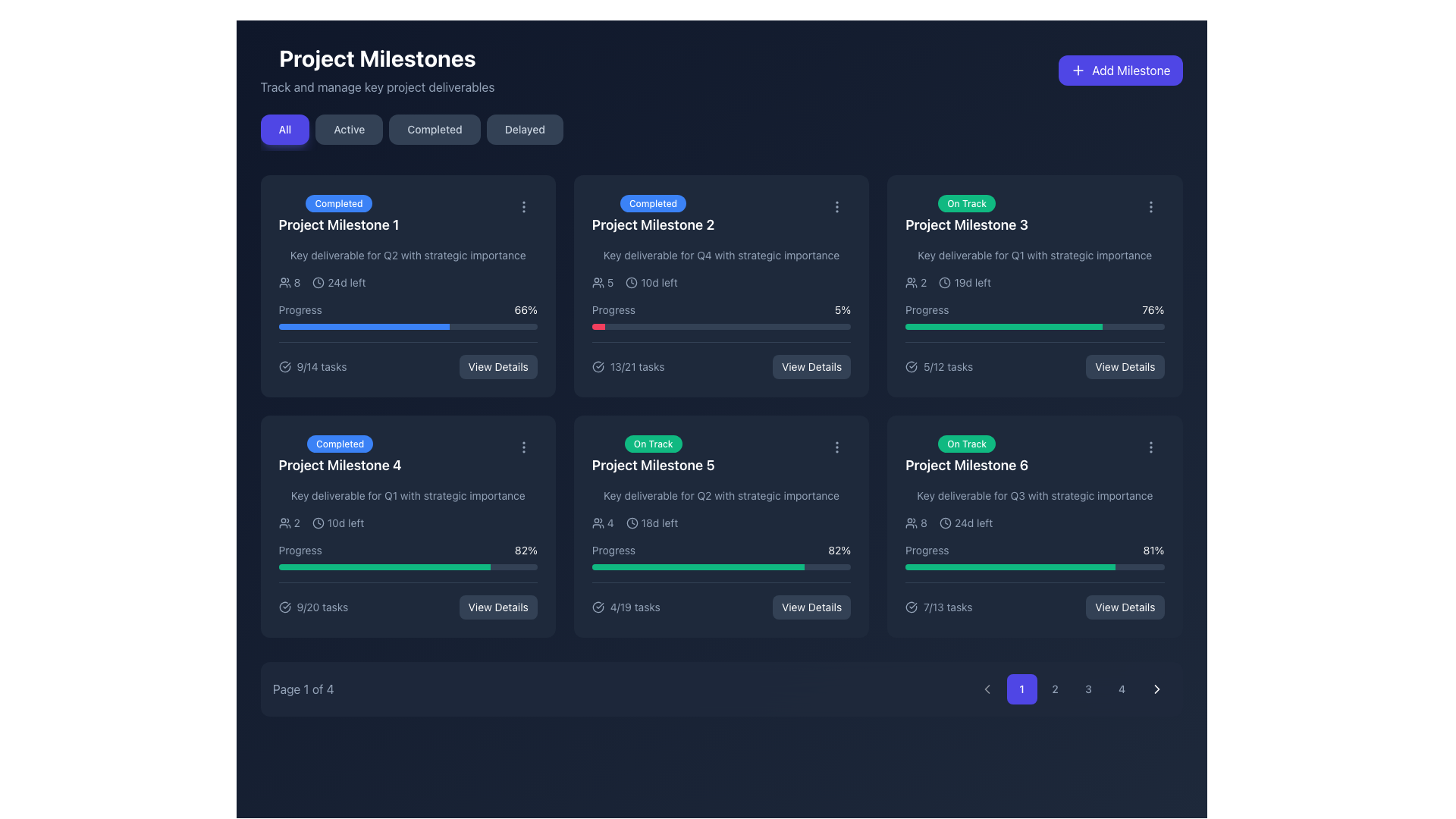 This screenshot has width=1456, height=819. I want to click on the Information label with the icon that displays '13/21 tasks' and is located within the card for 'Project Milestone 2', below the progress bar and to the left of the 'View Details' button, so click(628, 366).